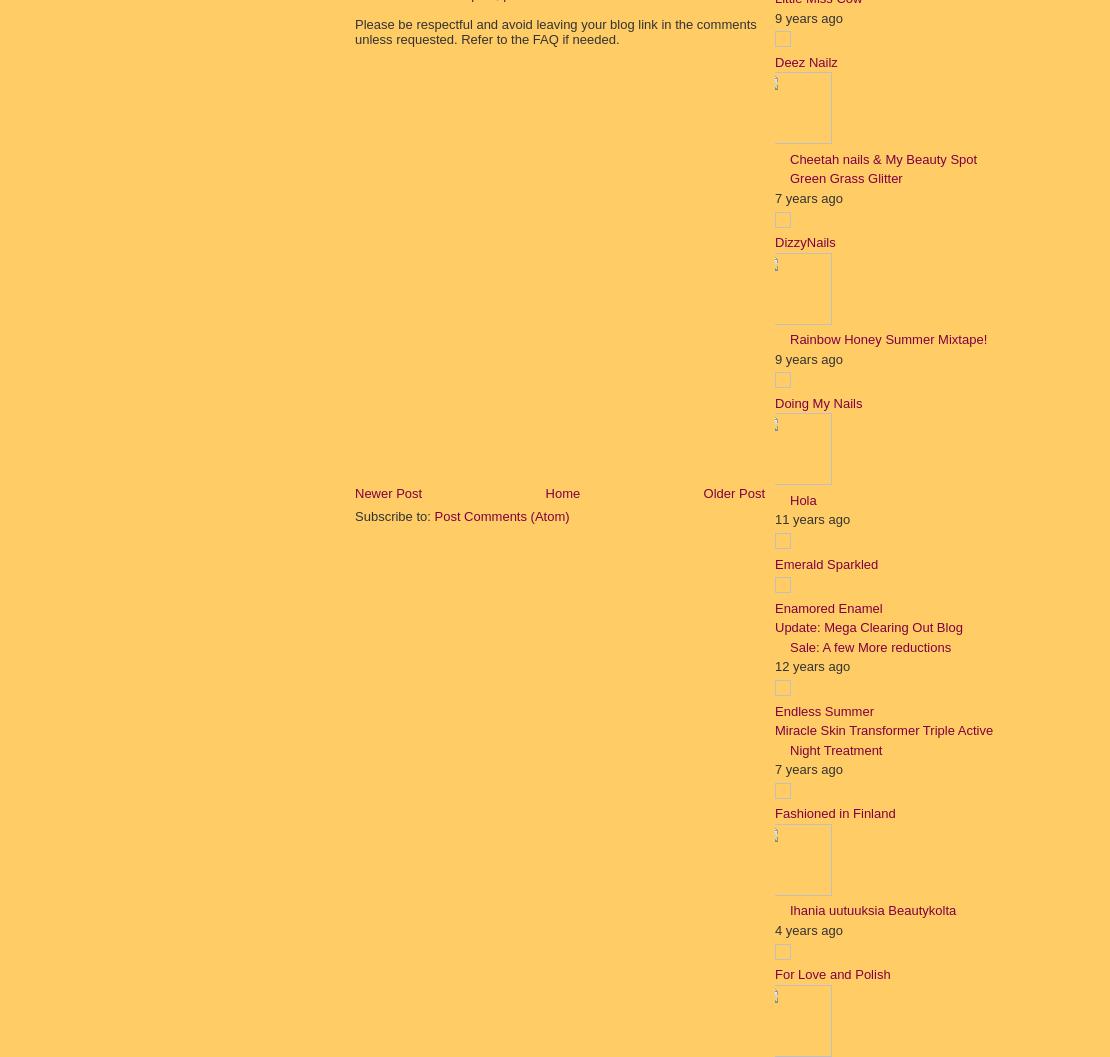  I want to click on 'Rainbow Honey Summer Mixtape!', so click(789, 339).